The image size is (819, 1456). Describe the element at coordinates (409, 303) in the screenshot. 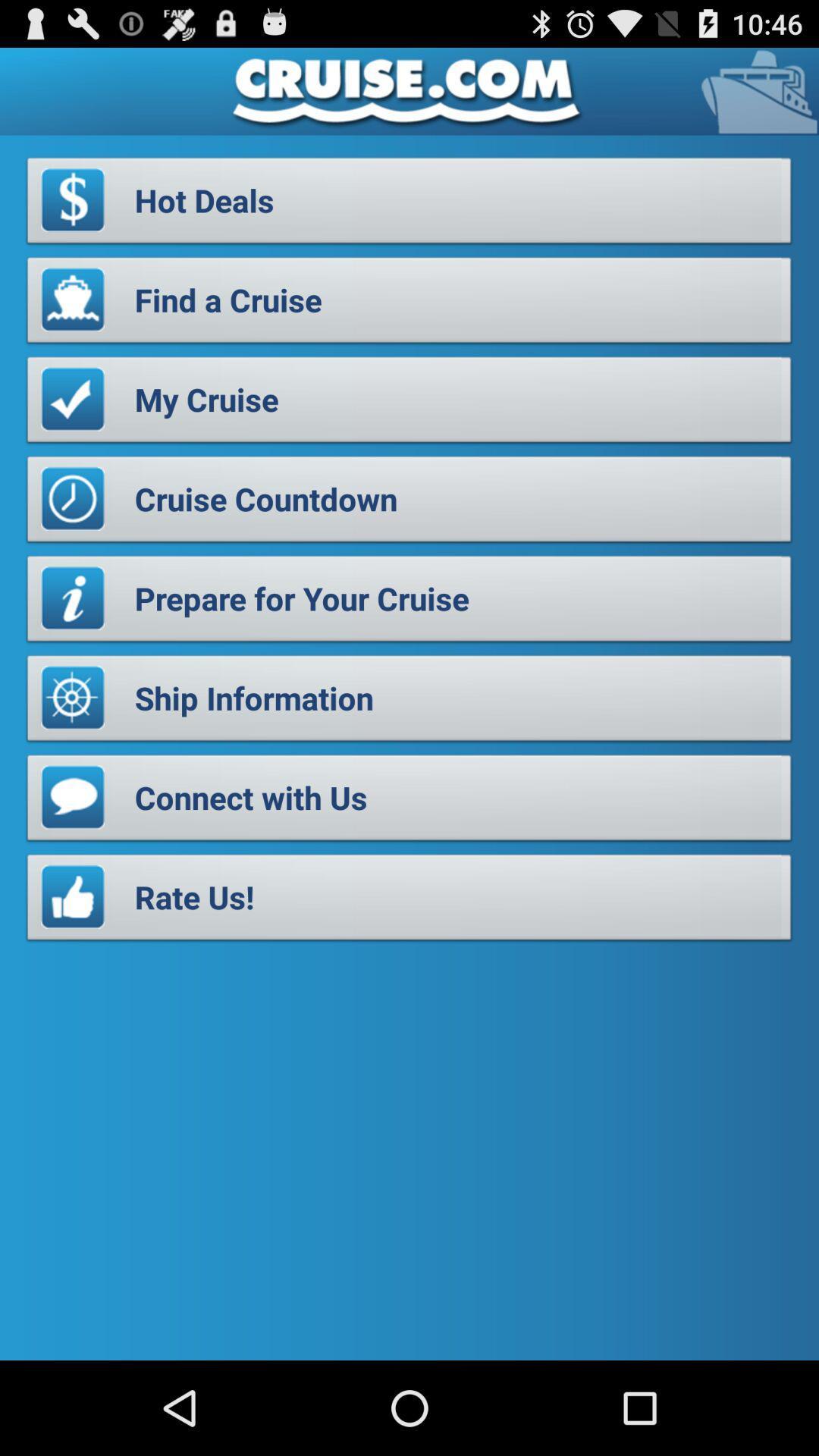

I see `the button below hot deals` at that location.